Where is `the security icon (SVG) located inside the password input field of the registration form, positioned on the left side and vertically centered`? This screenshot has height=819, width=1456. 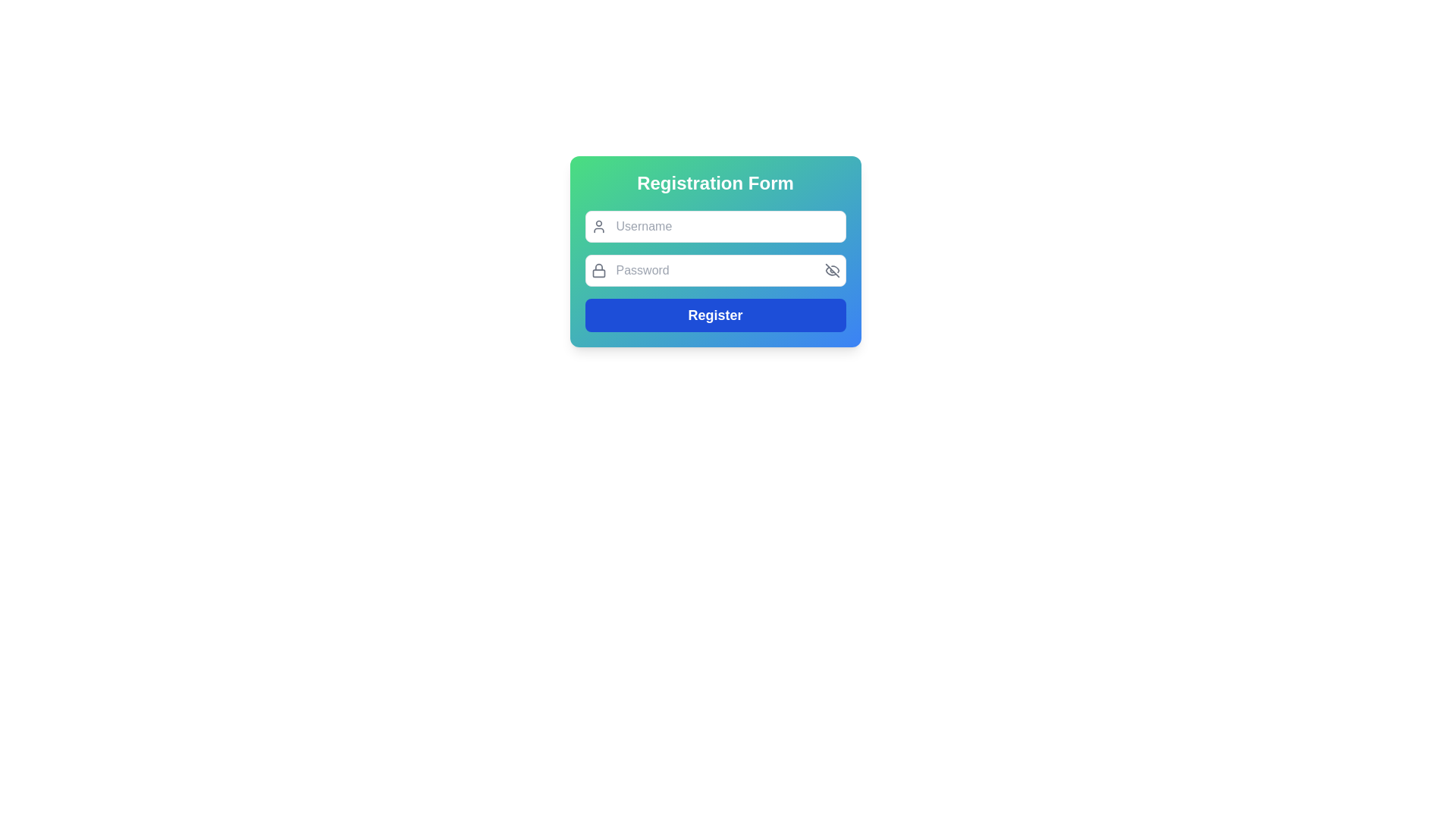
the security icon (SVG) located inside the password input field of the registration form, positioned on the left side and vertically centered is located at coordinates (598, 270).